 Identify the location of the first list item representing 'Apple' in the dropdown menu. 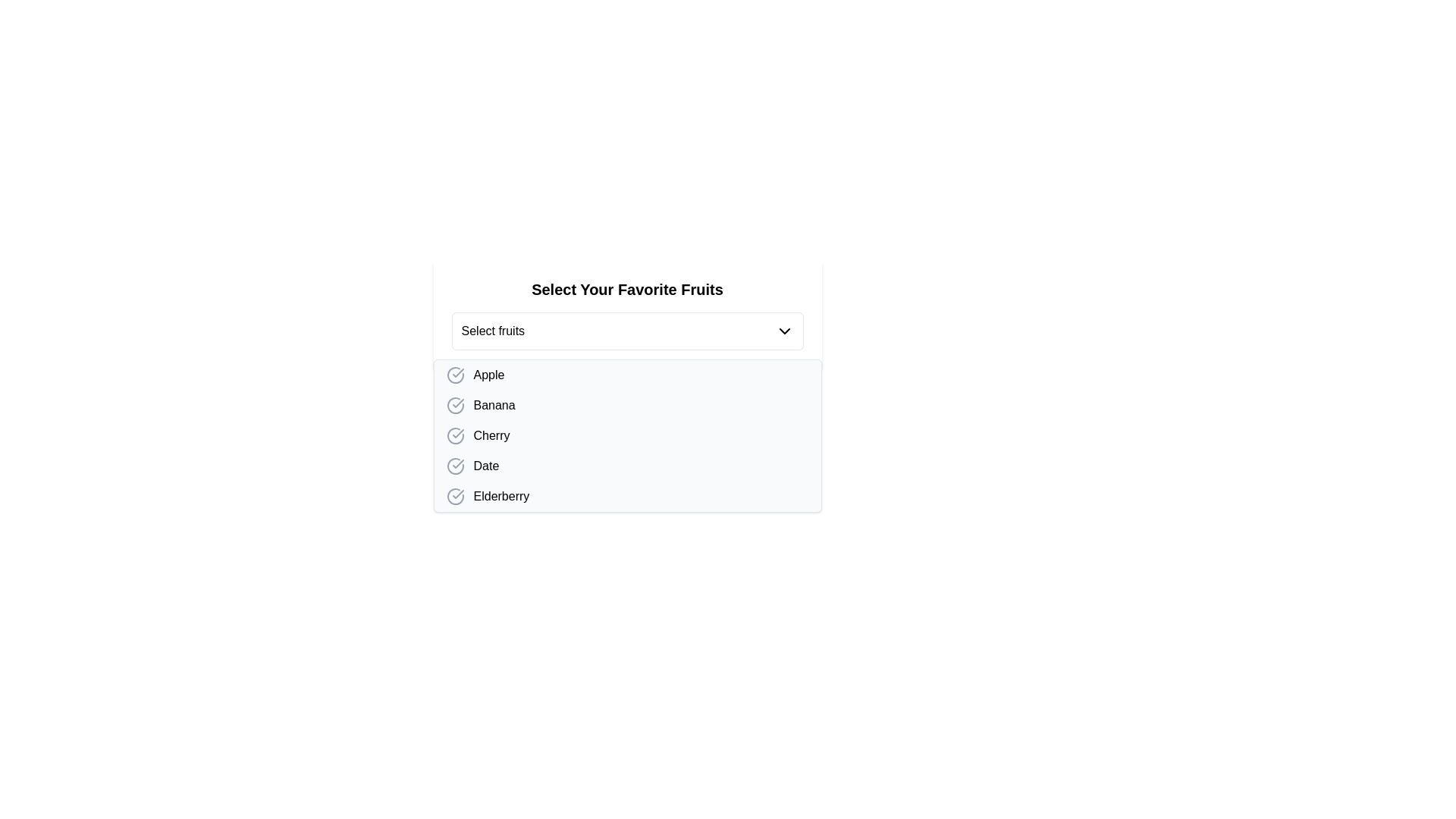
(627, 375).